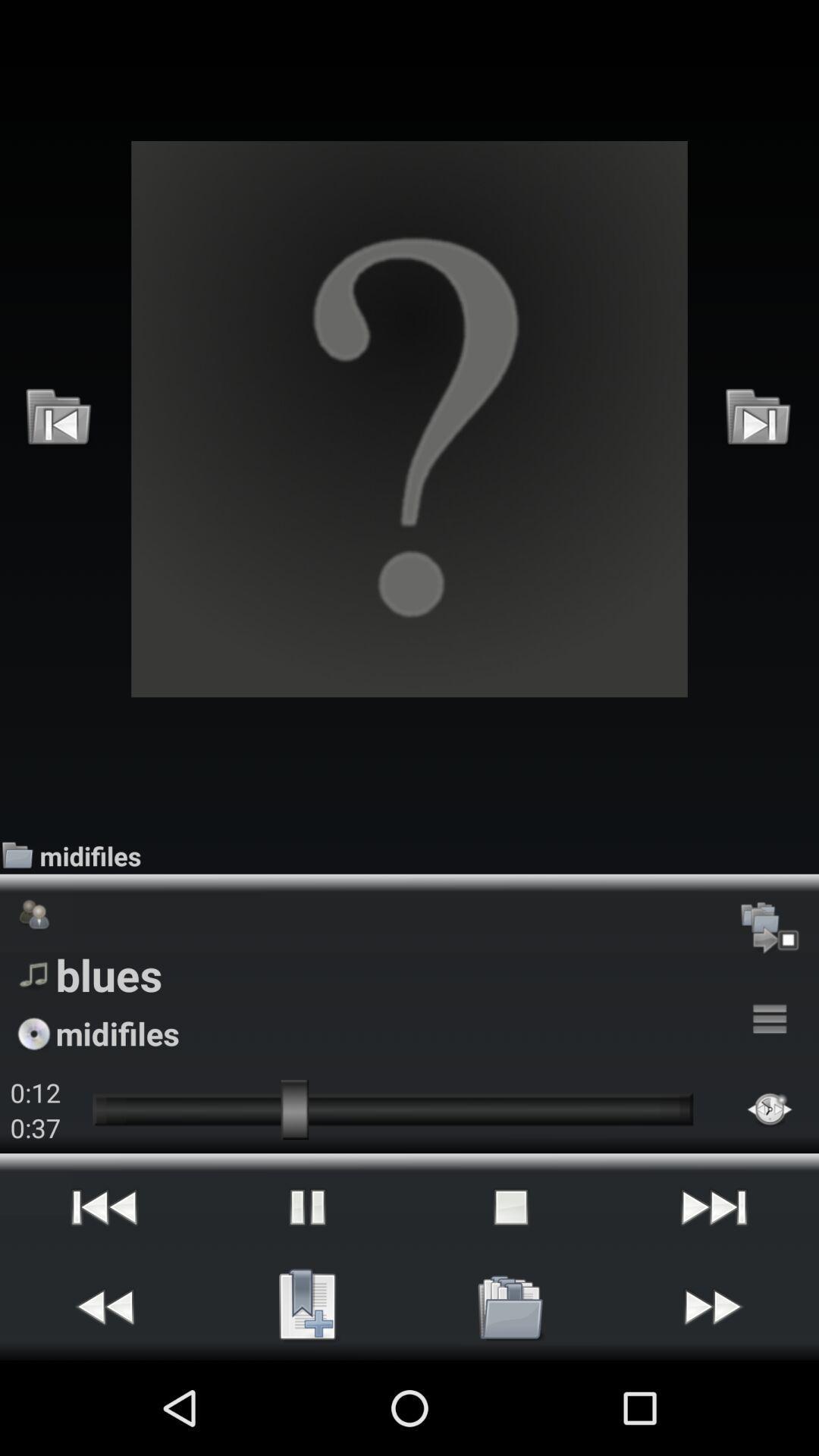 The width and height of the screenshot is (819, 1456). Describe the element at coordinates (104, 1398) in the screenshot. I see `the av_rewind icon` at that location.